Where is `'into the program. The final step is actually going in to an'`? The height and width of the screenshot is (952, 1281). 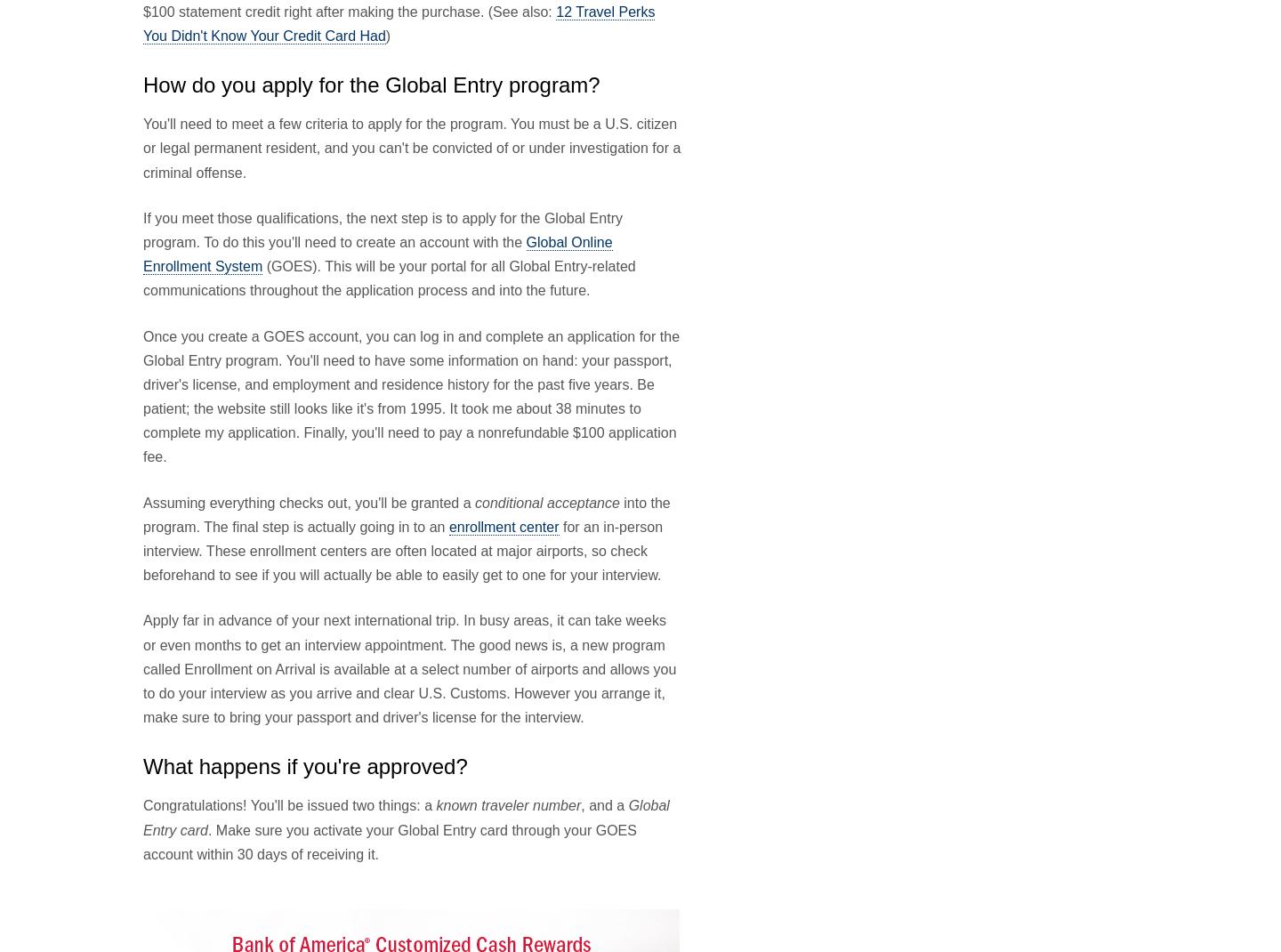 'into the program. The final step is actually going in to an' is located at coordinates (407, 513).